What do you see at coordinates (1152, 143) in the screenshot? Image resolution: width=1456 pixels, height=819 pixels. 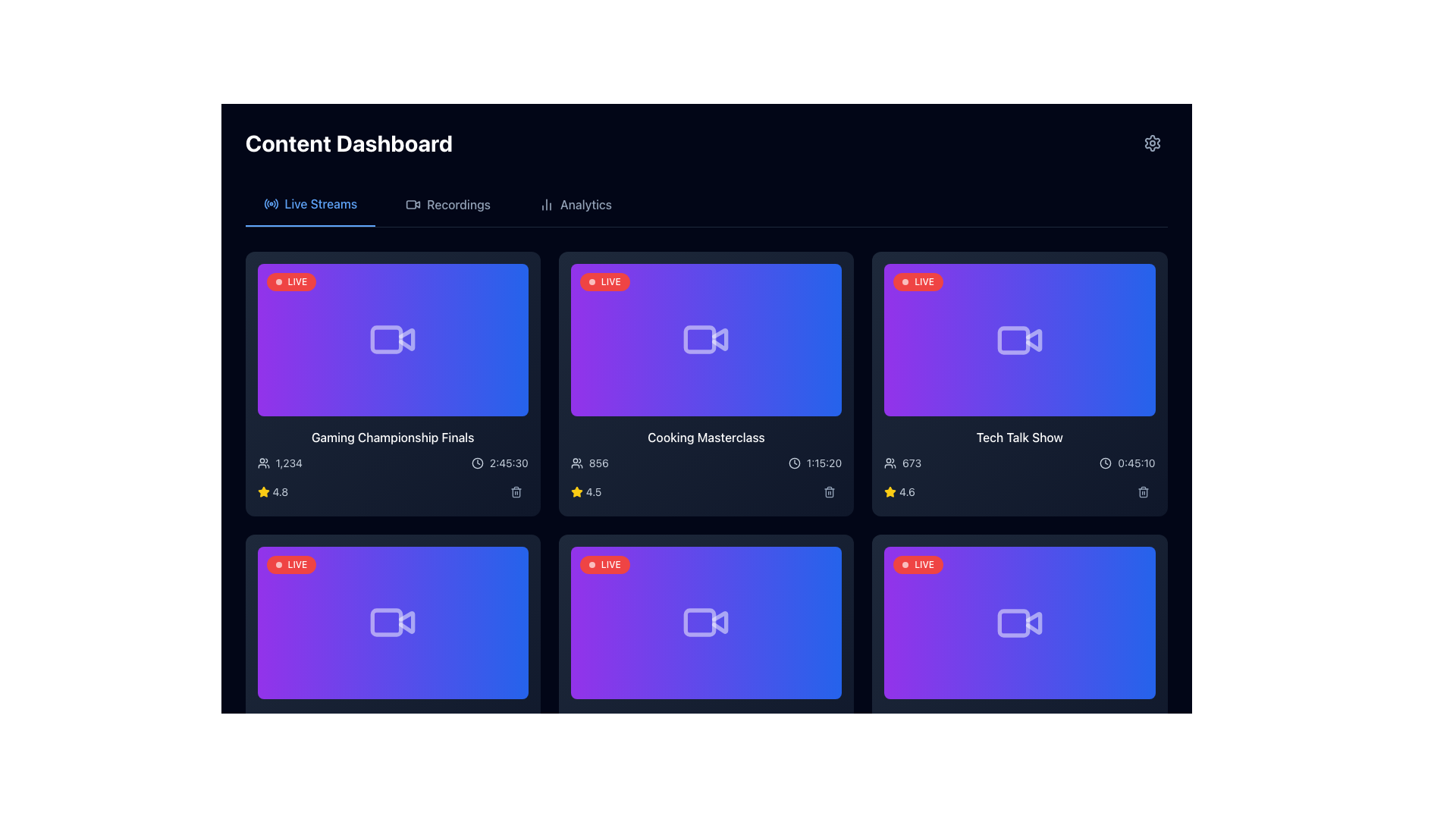 I see `the settings icon, which resembles a gear, located in the top-right corner of the interface` at bounding box center [1152, 143].